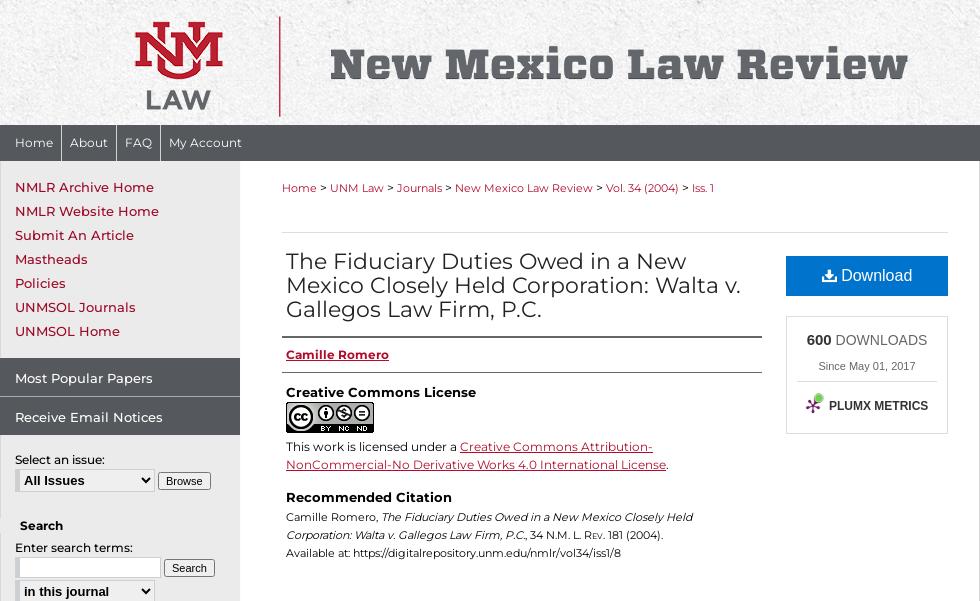 The width and height of the screenshot is (980, 601). What do you see at coordinates (524, 533) in the screenshot?
I see `',
    34'` at bounding box center [524, 533].